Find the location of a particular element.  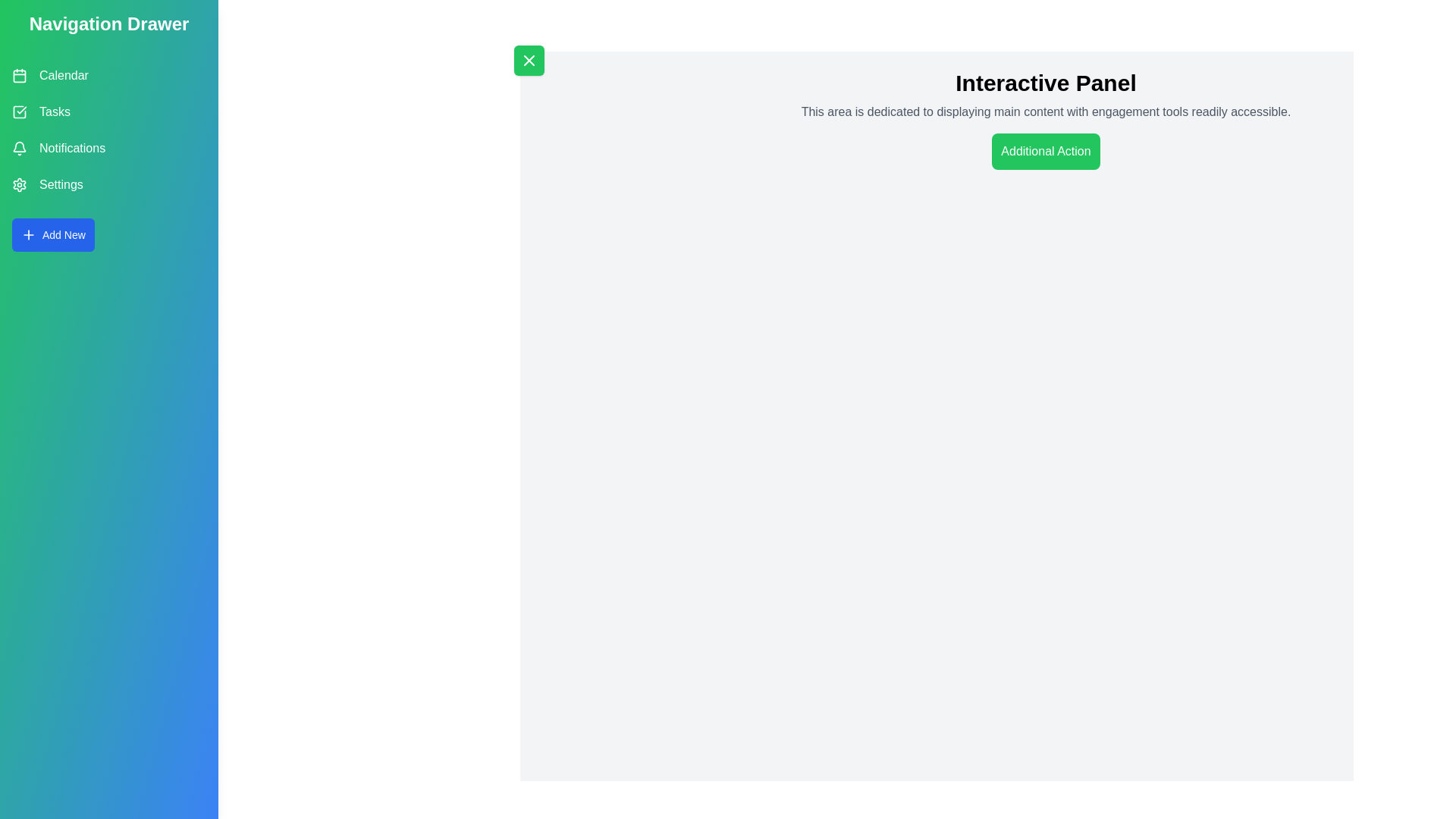

the small green button with a white 'X' icon located in the upper right corner of the interactive panel is located at coordinates (529, 60).